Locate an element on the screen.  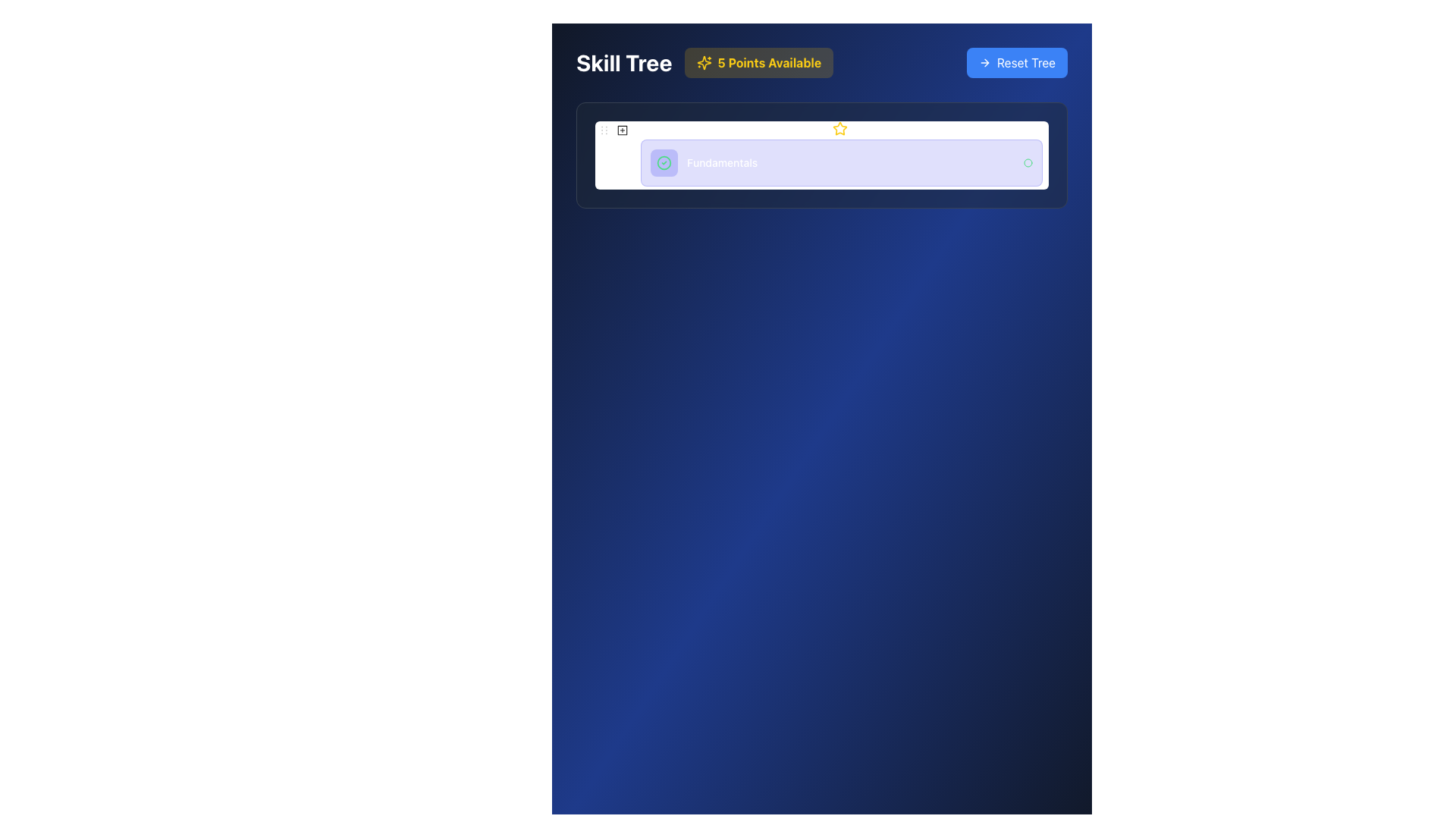
the Visual Icon Indicator, which is a small rounded rectangle with a soft indigo background and a green circular checkmark icon, located to the left of the text 'Fundamentals' is located at coordinates (664, 163).